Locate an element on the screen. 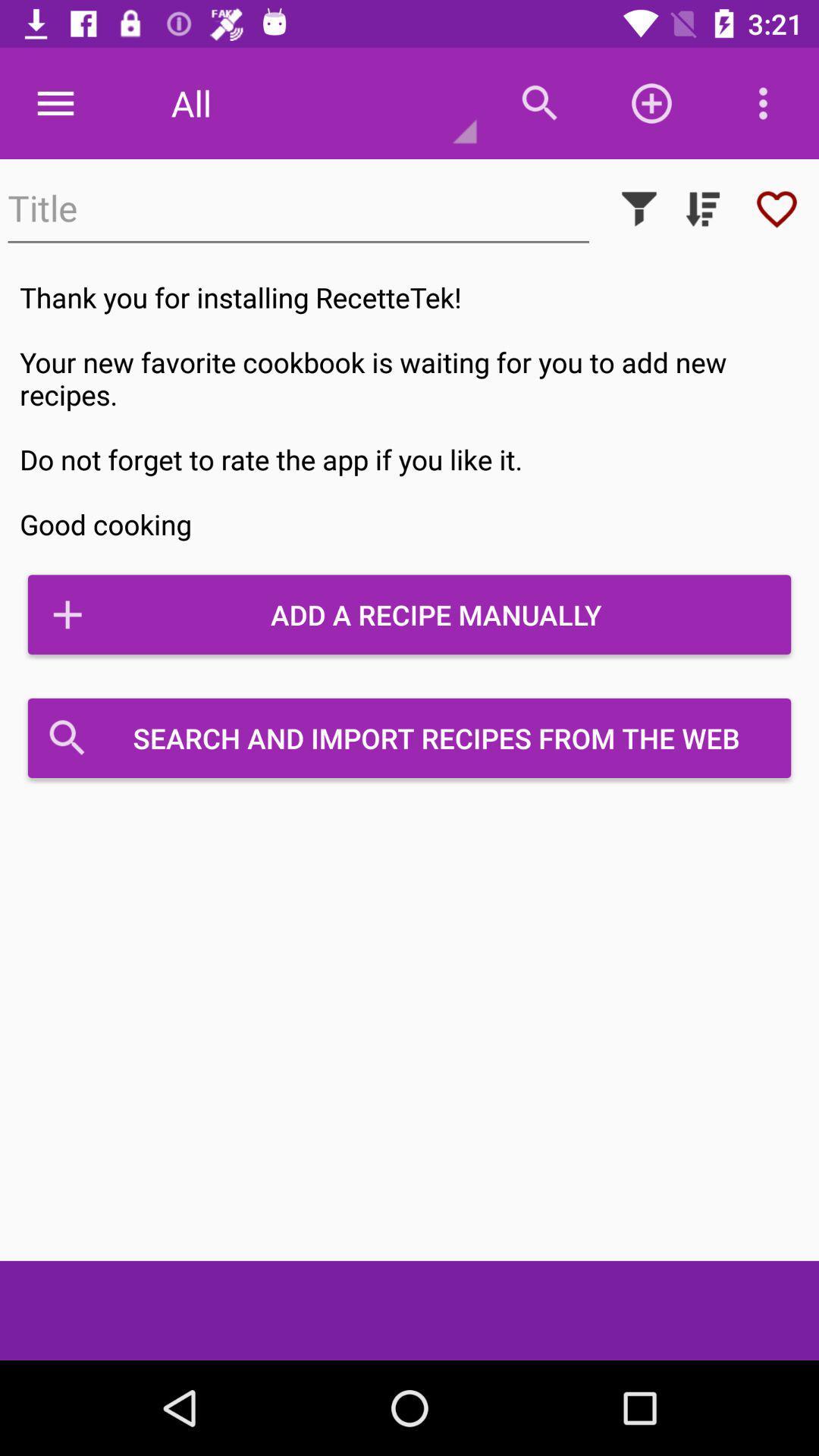 This screenshot has height=1456, width=819. the search and import icon is located at coordinates (409, 738).